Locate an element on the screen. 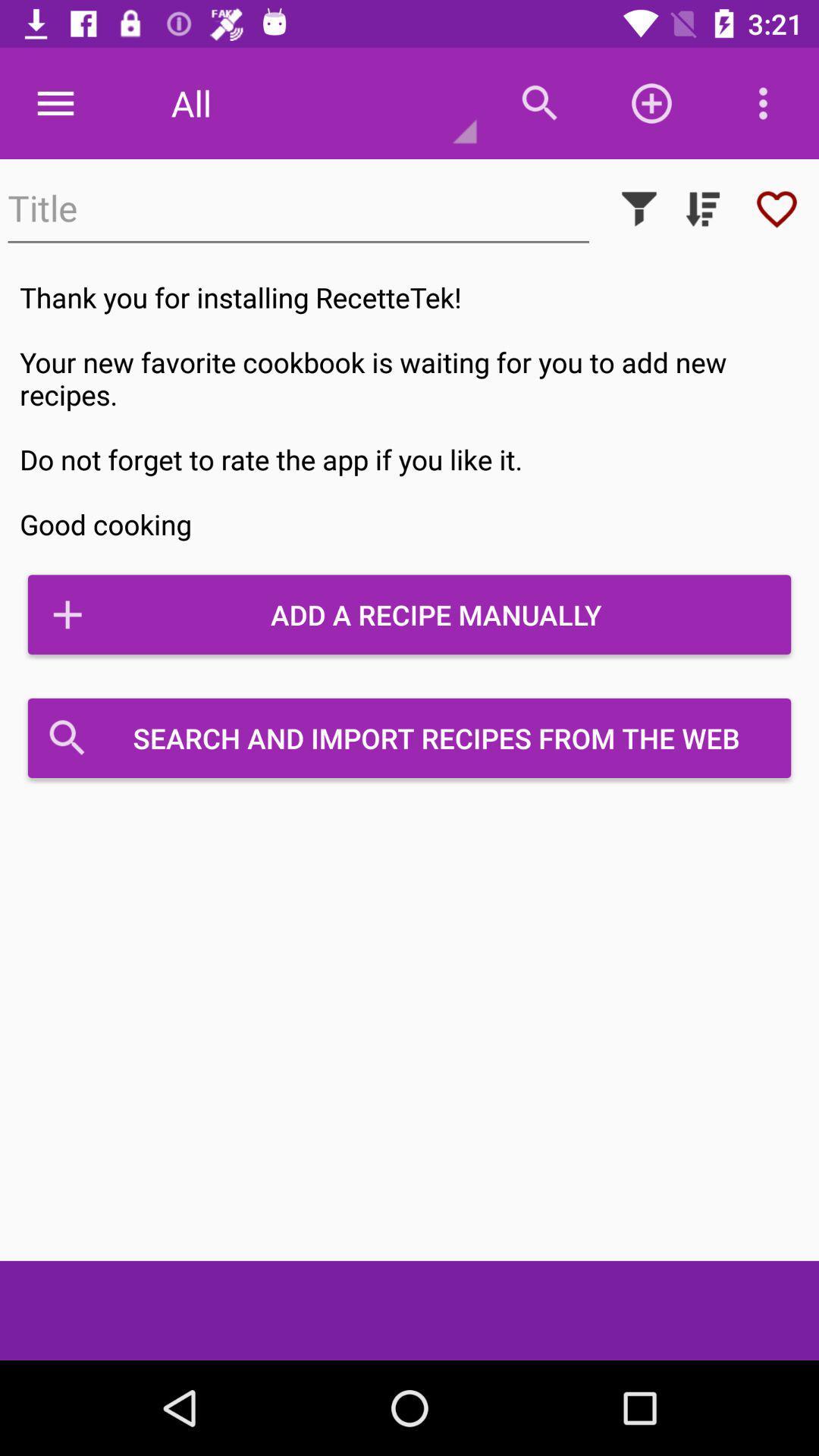 This screenshot has height=1456, width=819. the search and import icon is located at coordinates (409, 738).